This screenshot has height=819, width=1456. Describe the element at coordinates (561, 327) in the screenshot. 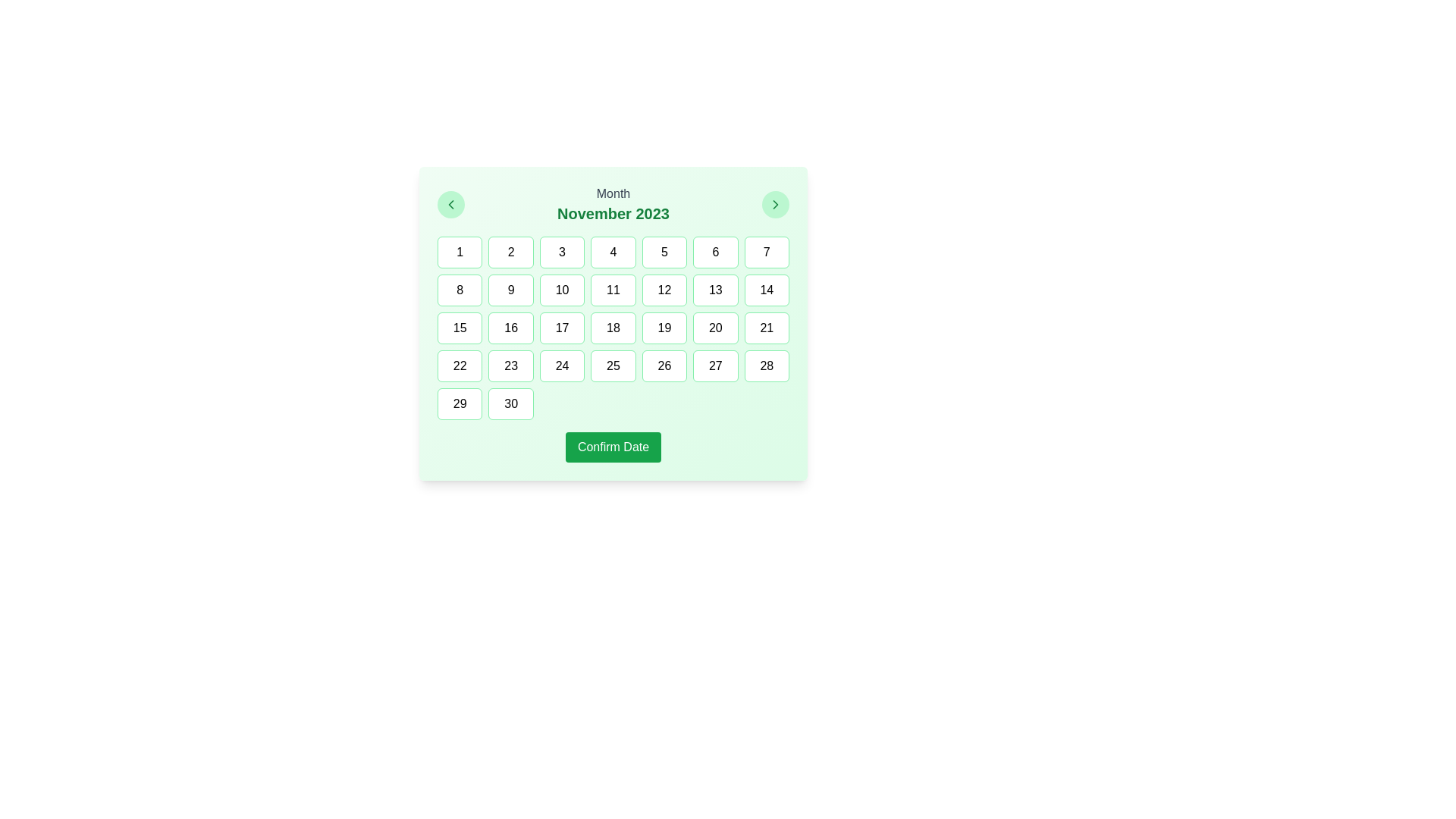

I see `the button displaying the number '17' with a white background and green border in the calendar grid layout` at that location.